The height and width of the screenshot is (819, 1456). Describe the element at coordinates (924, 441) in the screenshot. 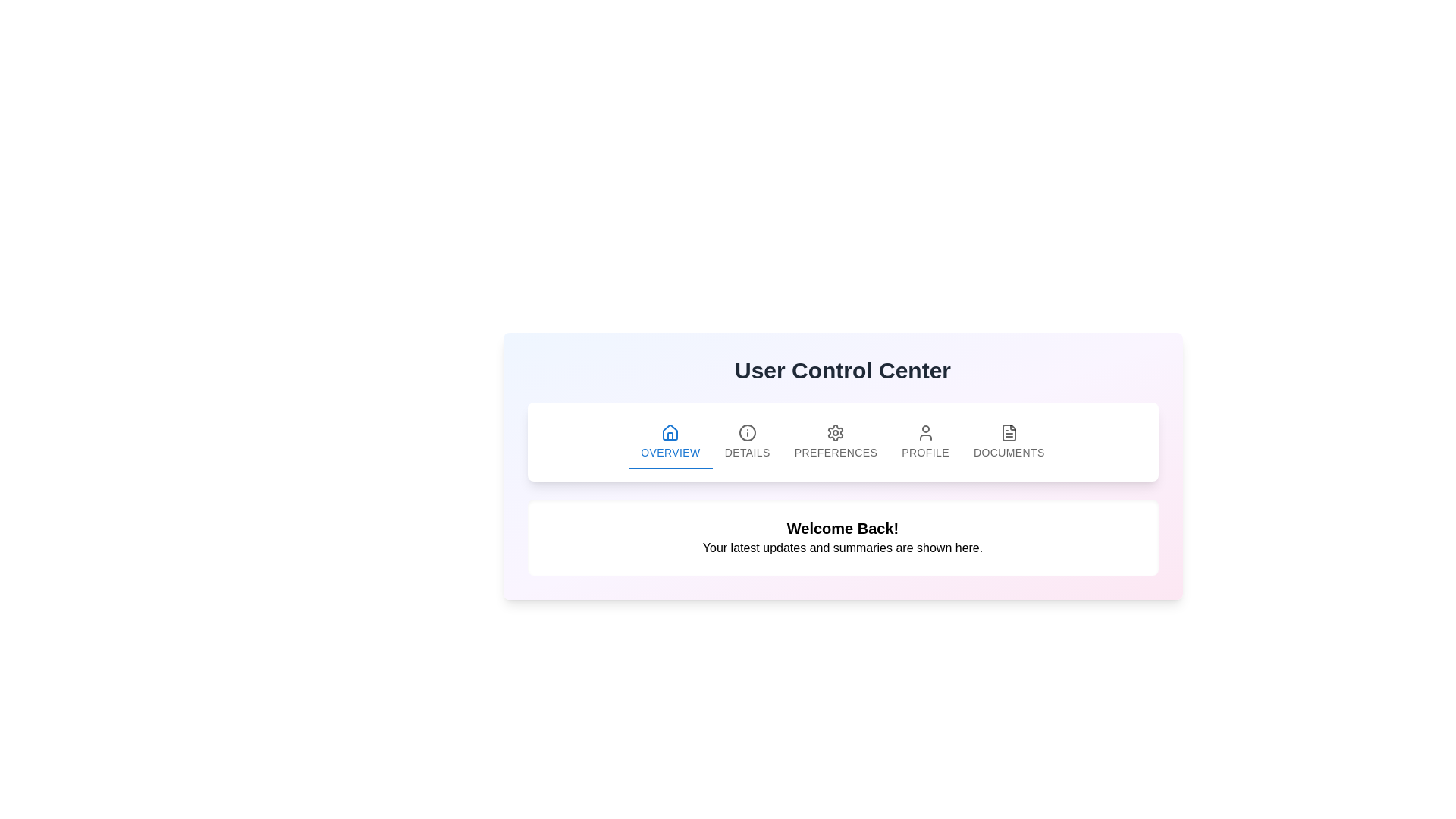

I see `the 'Profile' tab button, which is the fourth tab in a horizontal navigation bar` at that location.